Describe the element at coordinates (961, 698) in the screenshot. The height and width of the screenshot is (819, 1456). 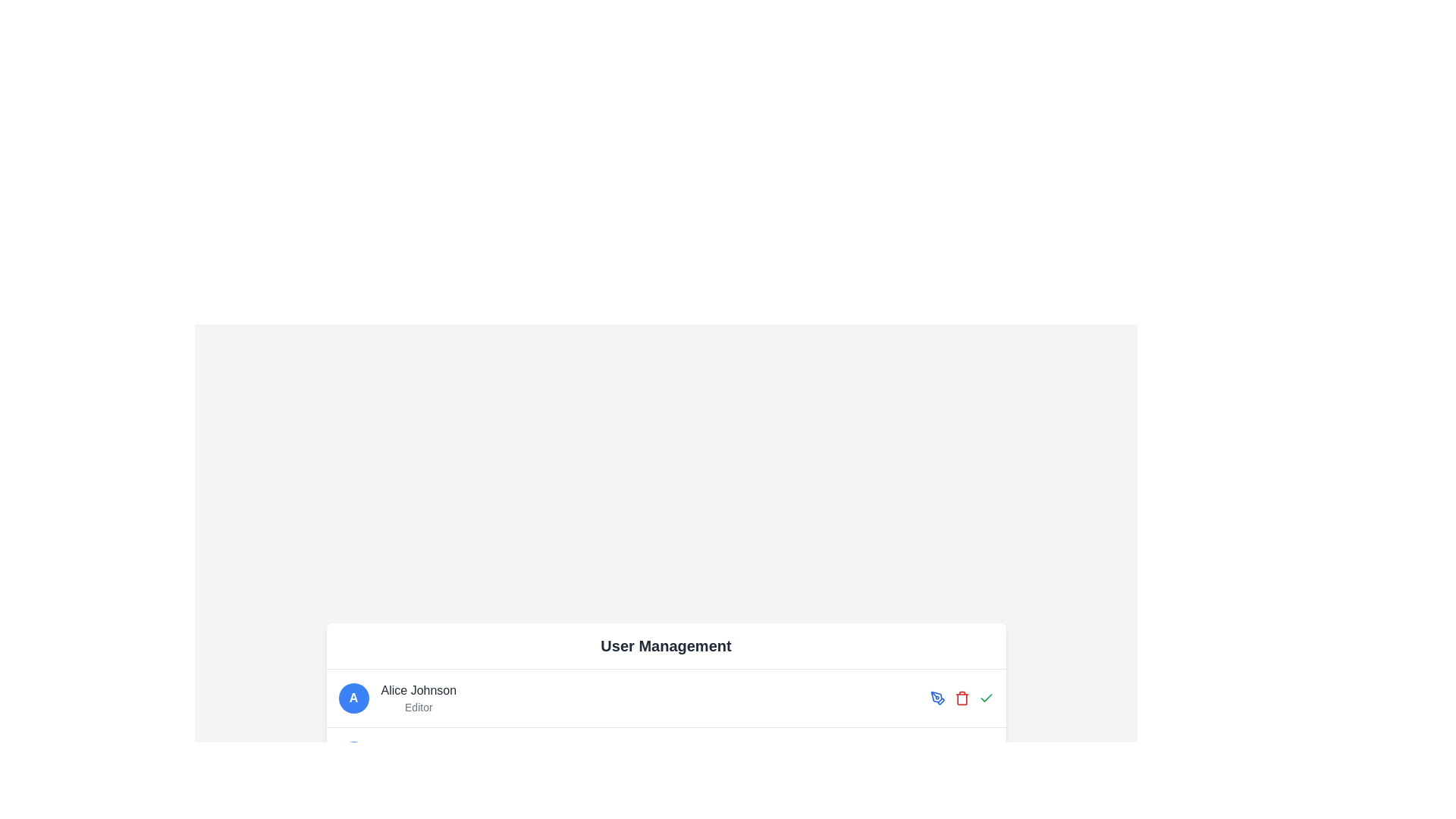
I see `the delete button, which is the second action icon` at that location.